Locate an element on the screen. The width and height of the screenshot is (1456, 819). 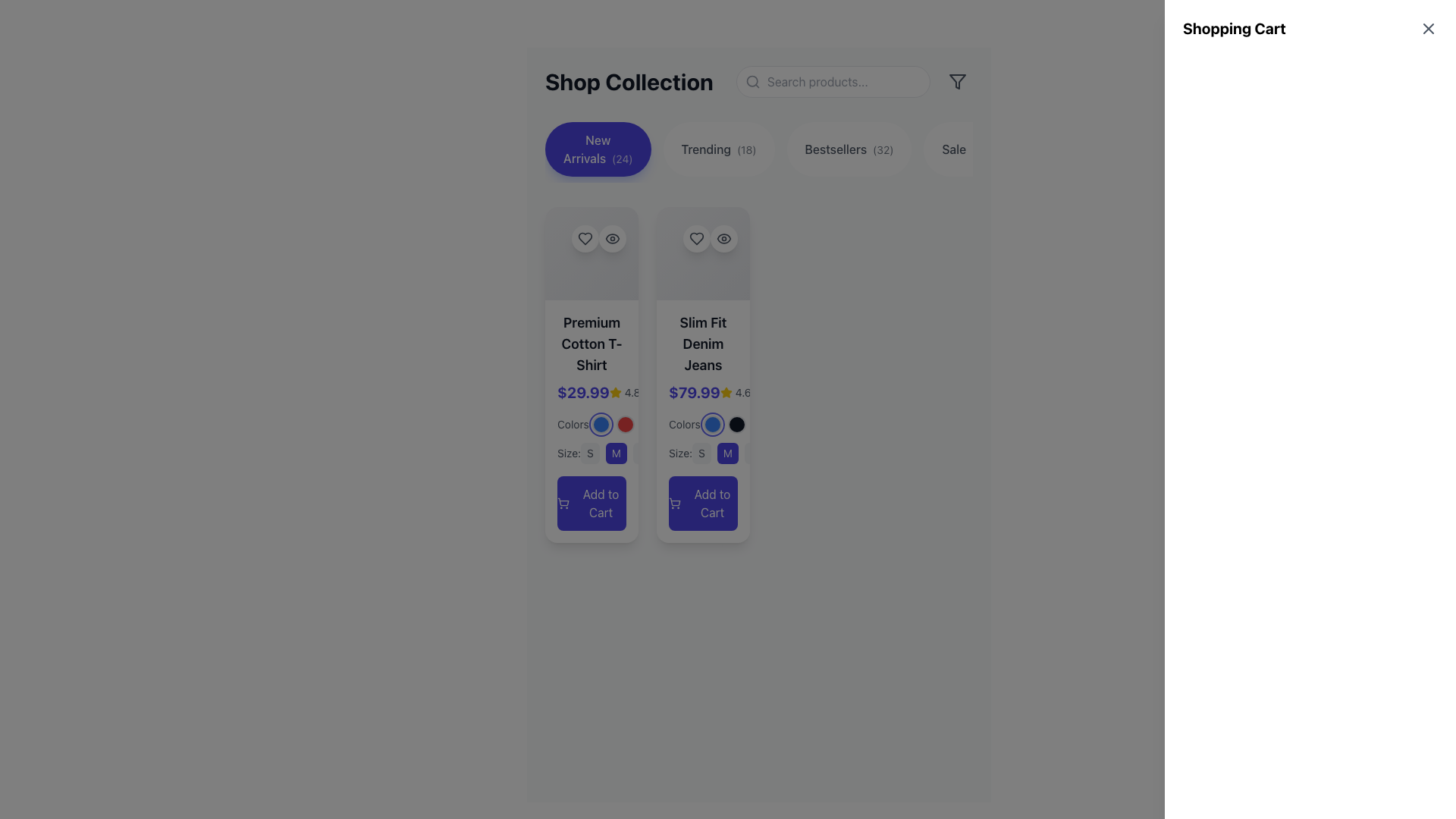
the button is located at coordinates (711, 424).